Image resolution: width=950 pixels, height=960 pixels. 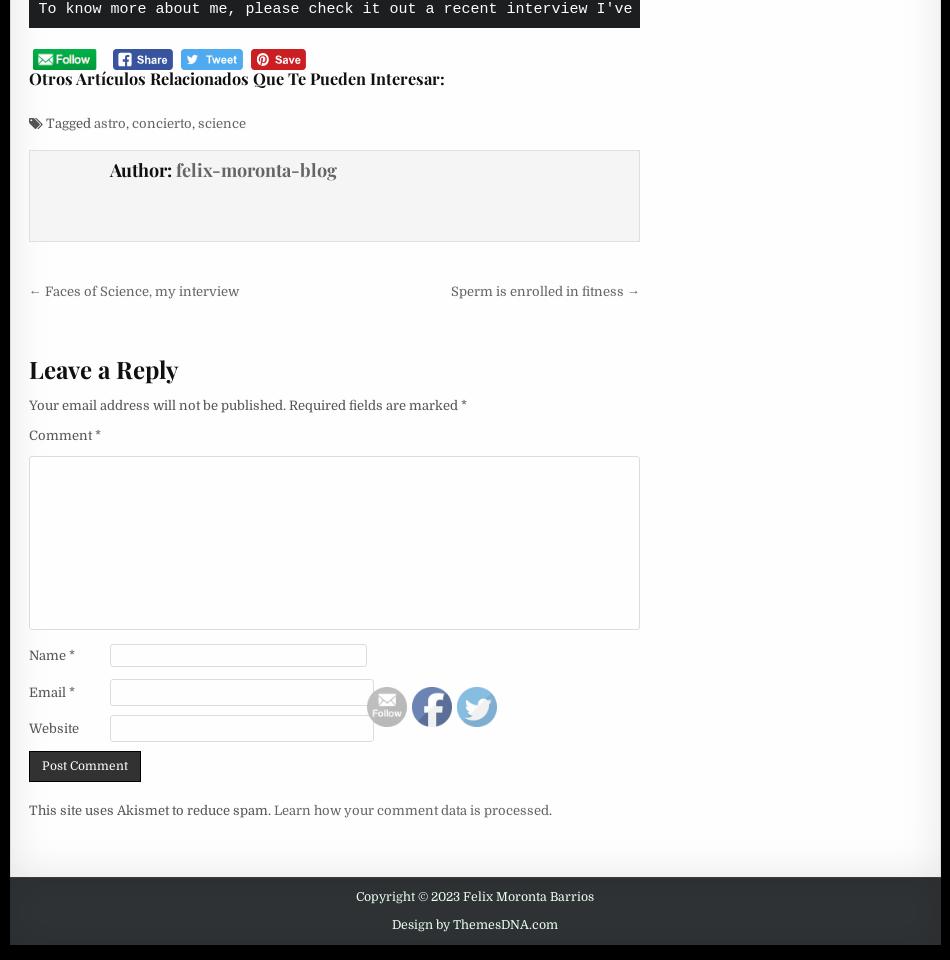 I want to click on 'Your email address will not be published.', so click(x=156, y=403).